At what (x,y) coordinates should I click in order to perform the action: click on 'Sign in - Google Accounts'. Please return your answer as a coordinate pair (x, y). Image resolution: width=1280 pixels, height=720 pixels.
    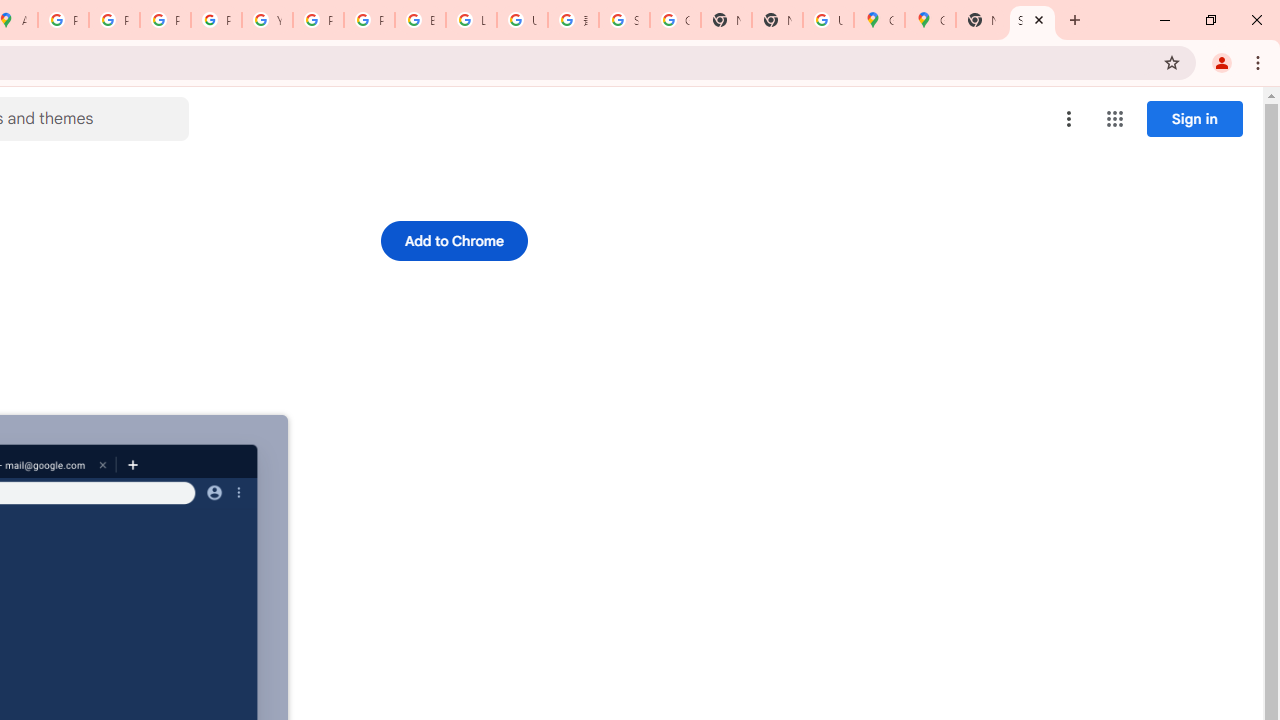
    Looking at the image, I should click on (623, 20).